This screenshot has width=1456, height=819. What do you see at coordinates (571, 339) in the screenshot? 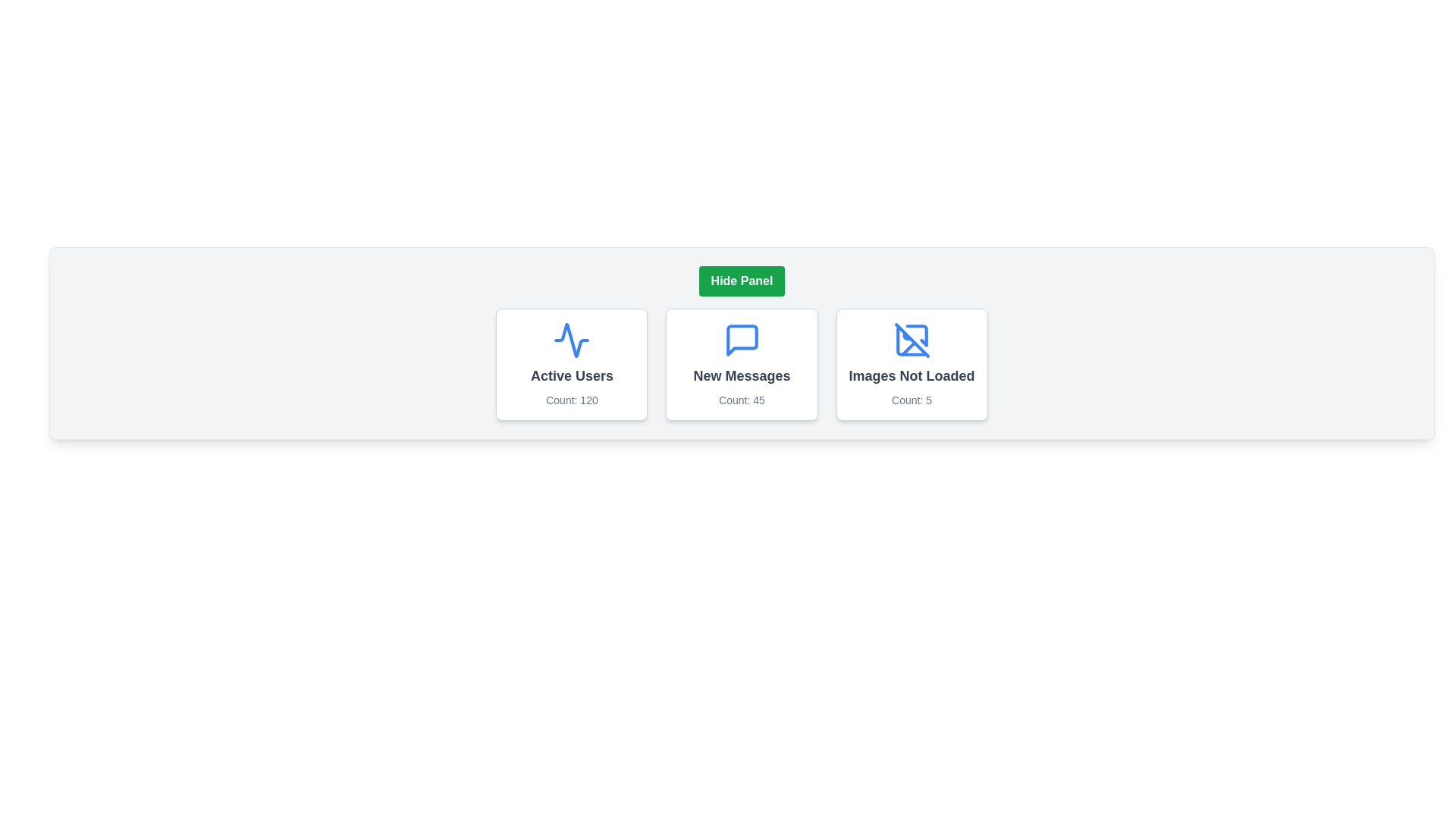
I see `the stylized waveform icon in vibrant blue, located at the top of the 'Active Users' card, which is the leftmost card in a row of three` at bounding box center [571, 339].